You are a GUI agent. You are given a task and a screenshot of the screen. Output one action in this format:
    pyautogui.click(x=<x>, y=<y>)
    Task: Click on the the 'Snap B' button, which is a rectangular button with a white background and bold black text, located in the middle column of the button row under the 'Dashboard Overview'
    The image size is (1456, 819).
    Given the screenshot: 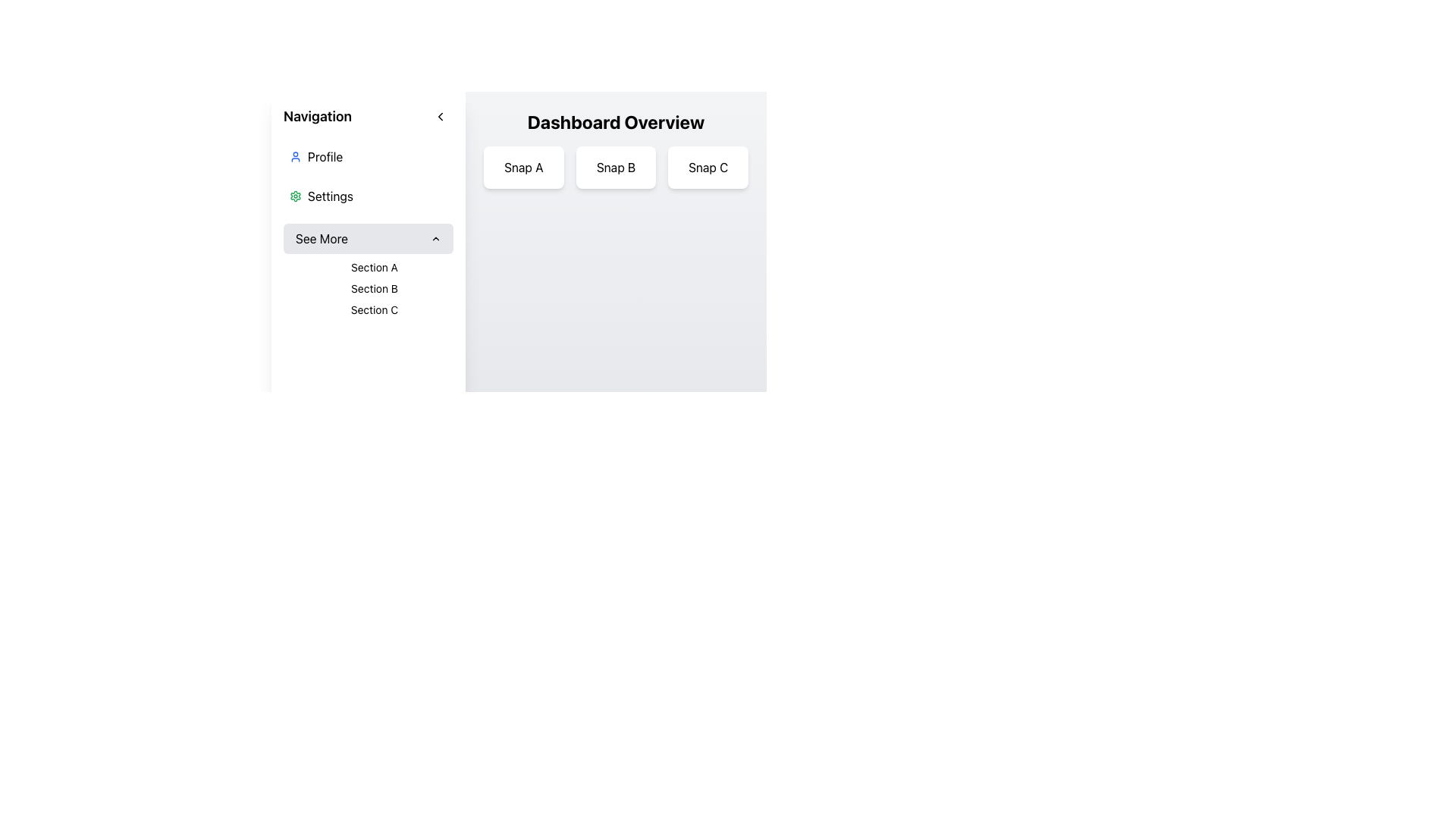 What is the action you would take?
    pyautogui.click(x=616, y=167)
    